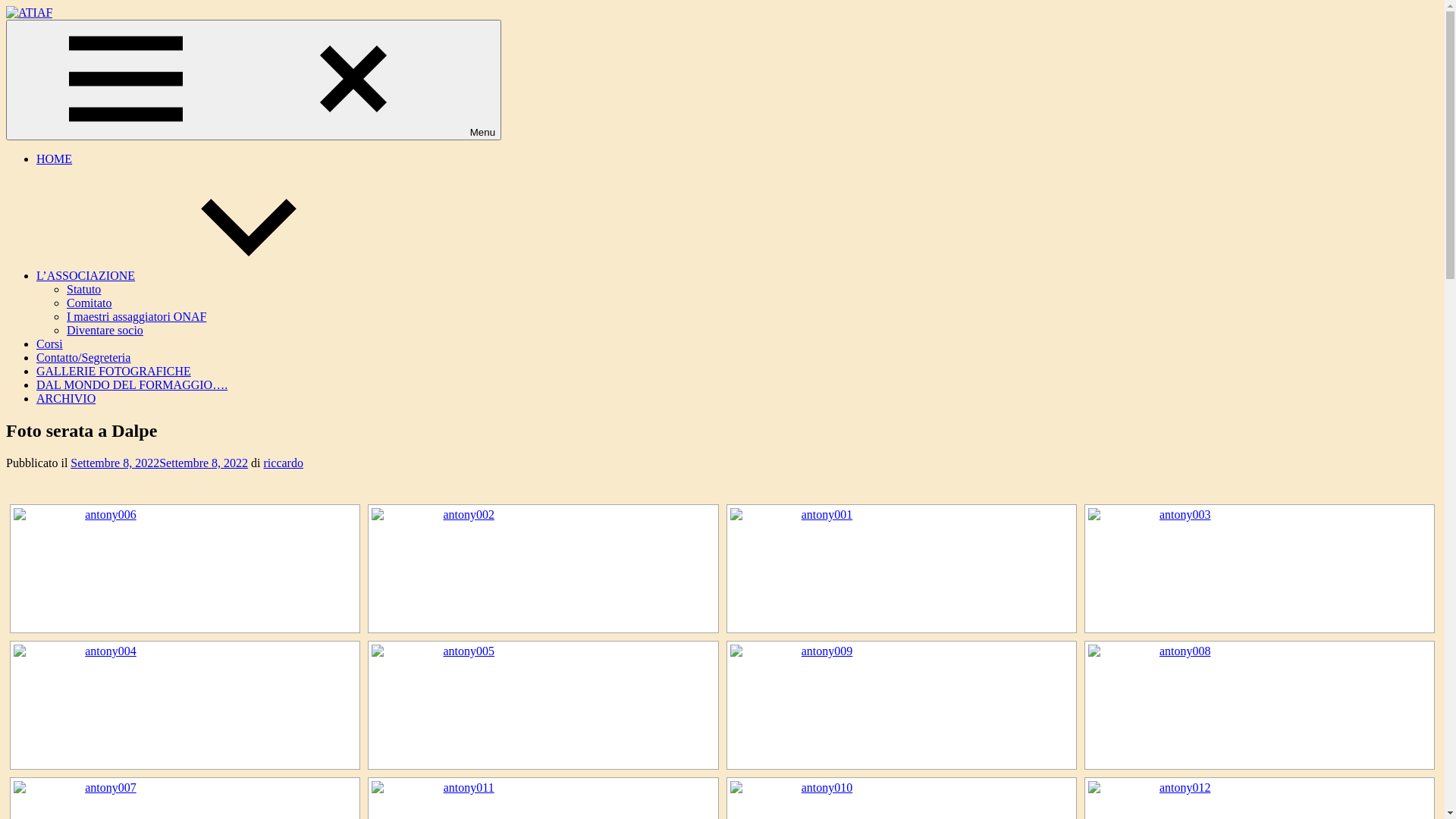 The width and height of the screenshot is (1456, 819). I want to click on 'Statuto', so click(83, 289).